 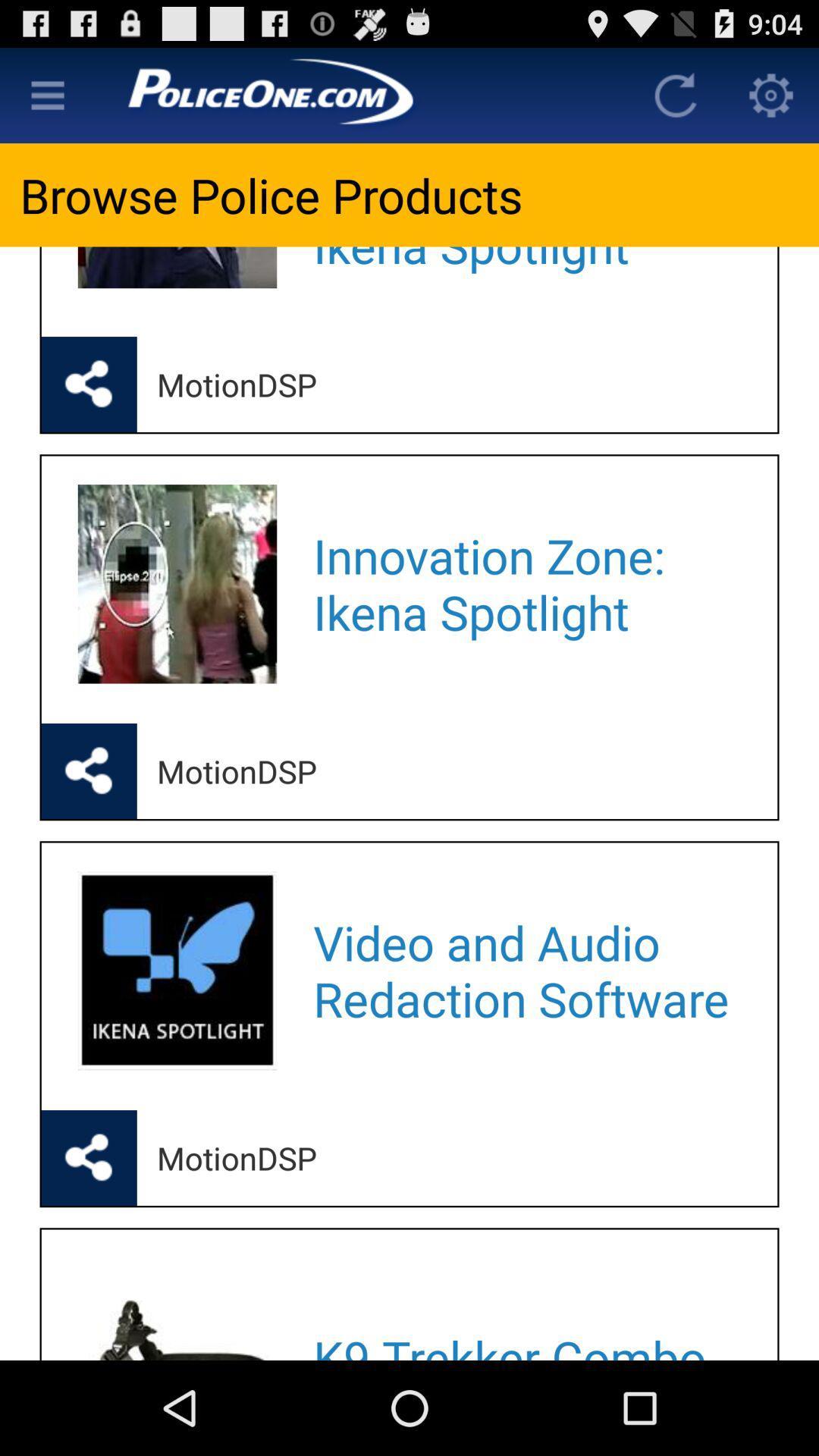 I want to click on refresh the page, so click(x=675, y=94).